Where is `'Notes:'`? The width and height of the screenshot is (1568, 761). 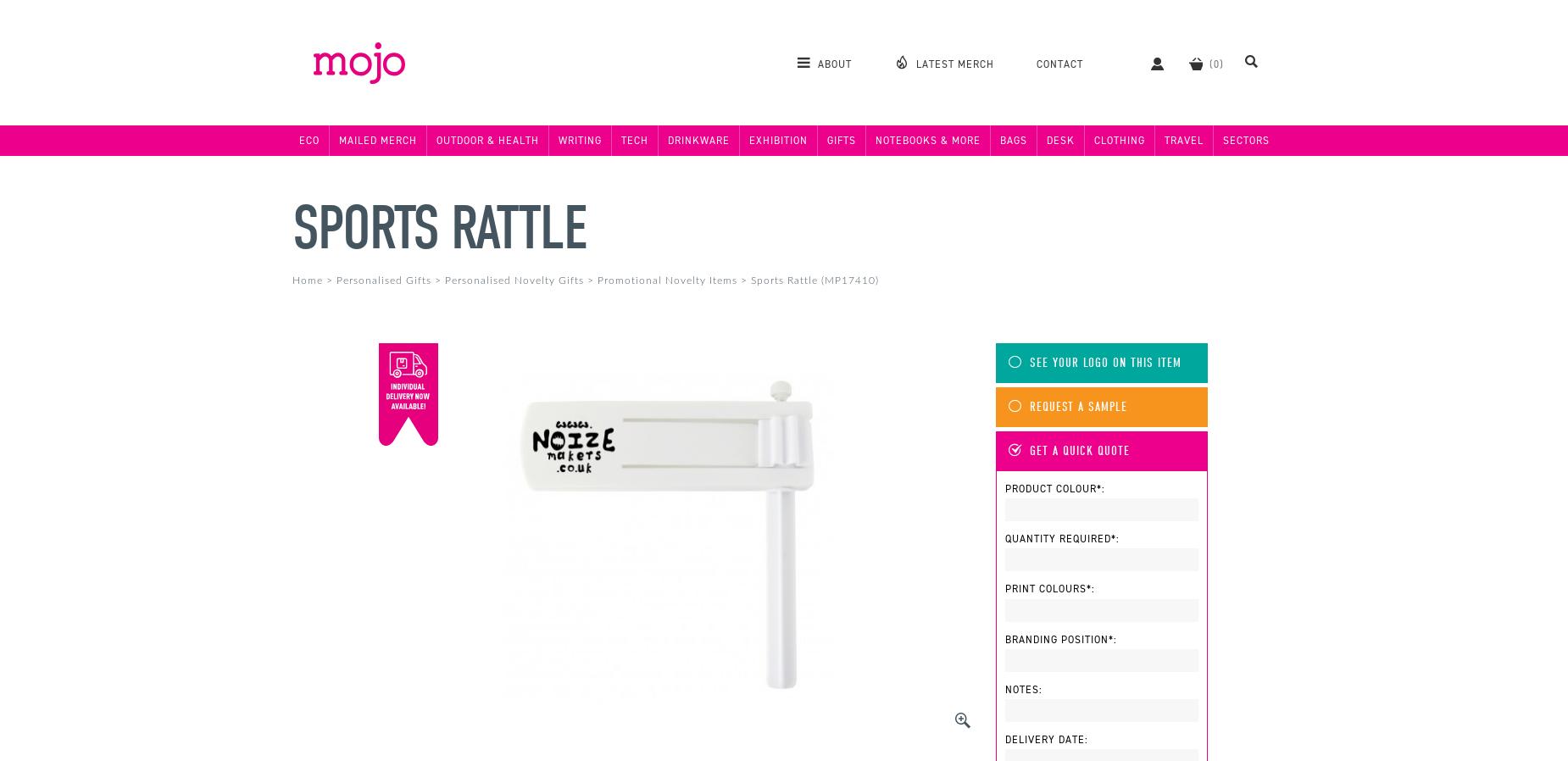
'Notes:' is located at coordinates (1023, 688).